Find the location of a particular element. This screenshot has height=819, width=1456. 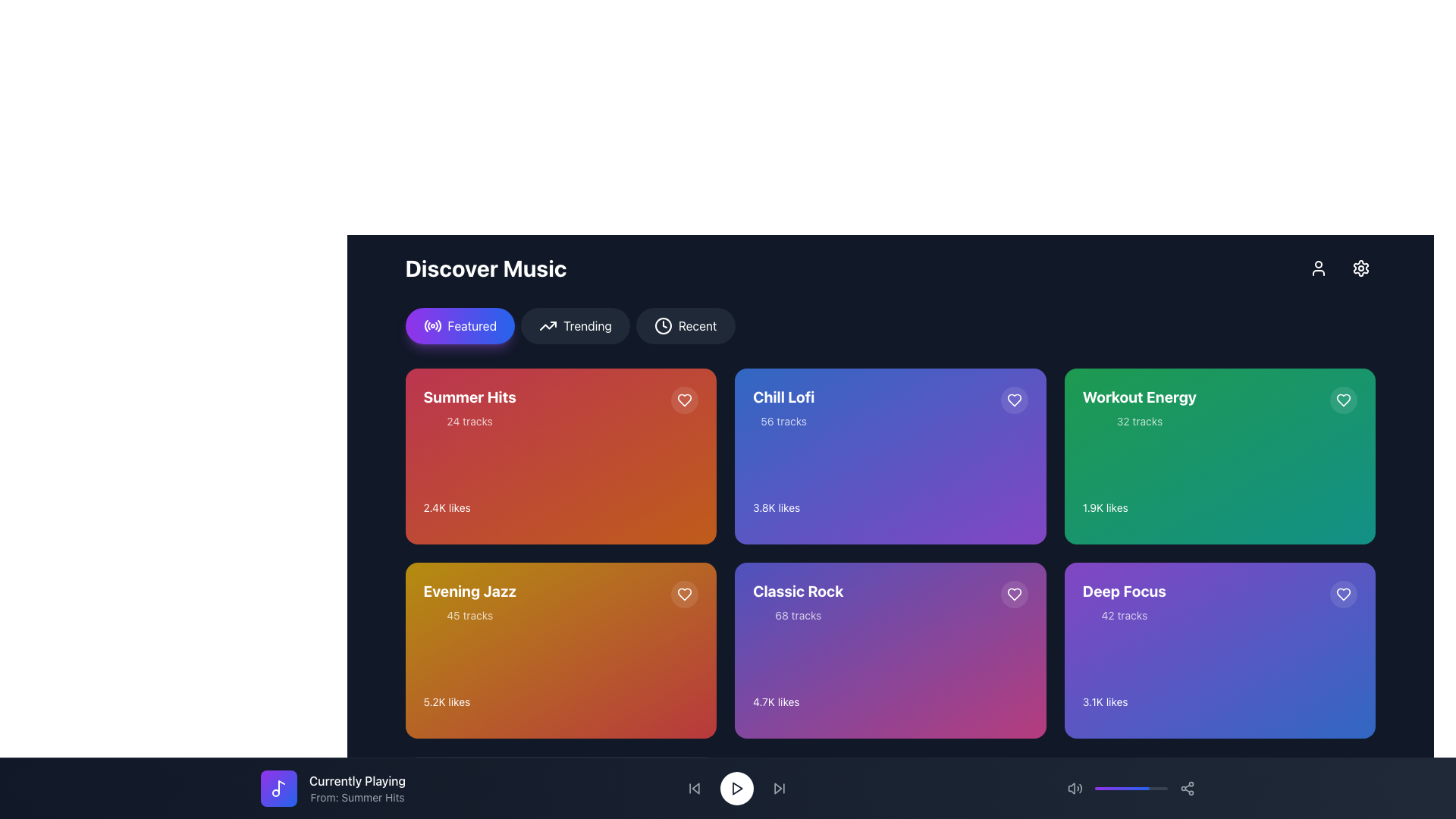

the 'Classic Rock' playlist element is located at coordinates (797, 601).